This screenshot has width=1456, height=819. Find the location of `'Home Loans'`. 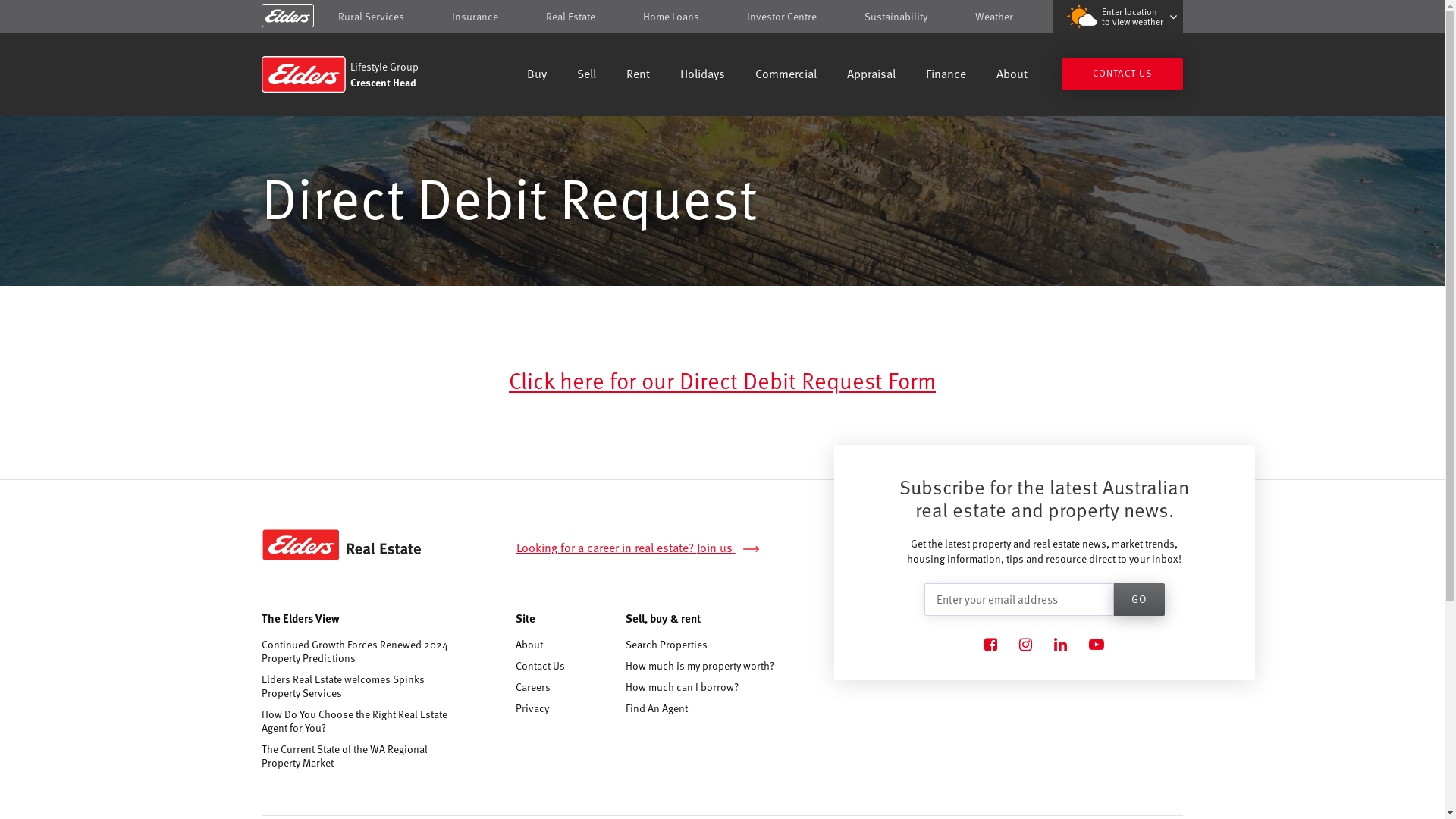

'Home Loans' is located at coordinates (670, 16).